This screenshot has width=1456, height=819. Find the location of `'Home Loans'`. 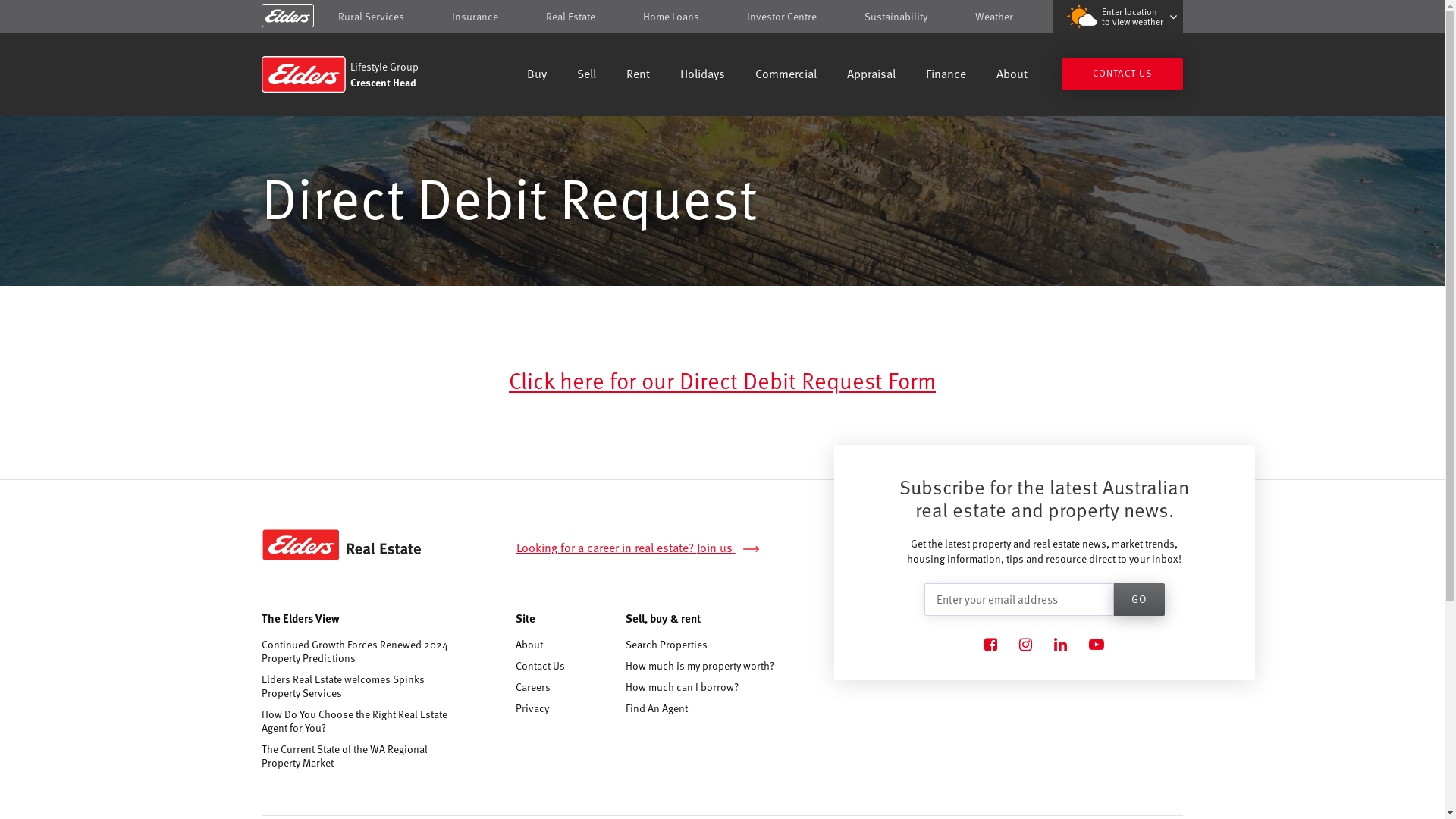

'Home Loans' is located at coordinates (670, 16).